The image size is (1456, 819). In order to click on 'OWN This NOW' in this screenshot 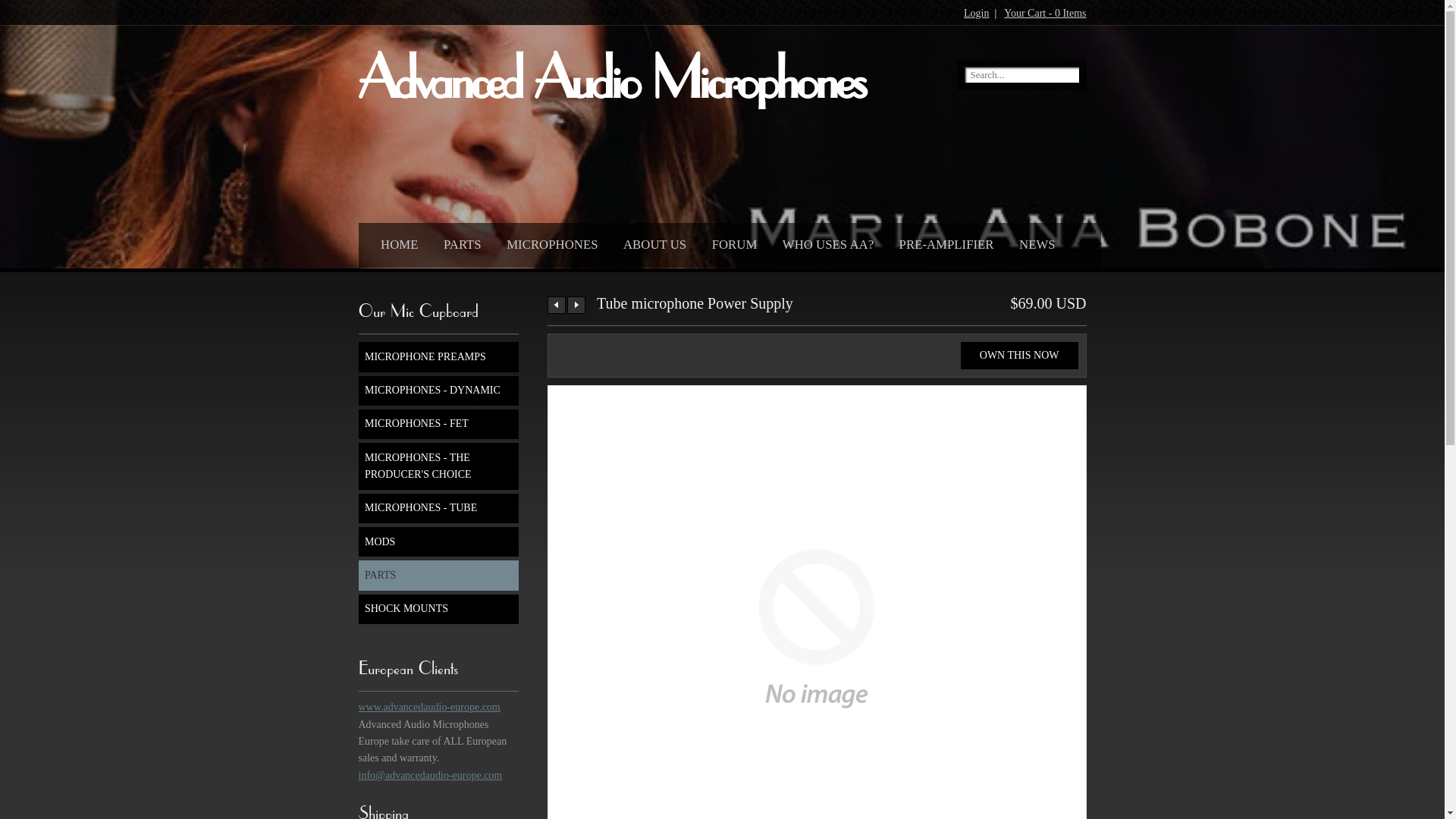, I will do `click(1019, 356)`.